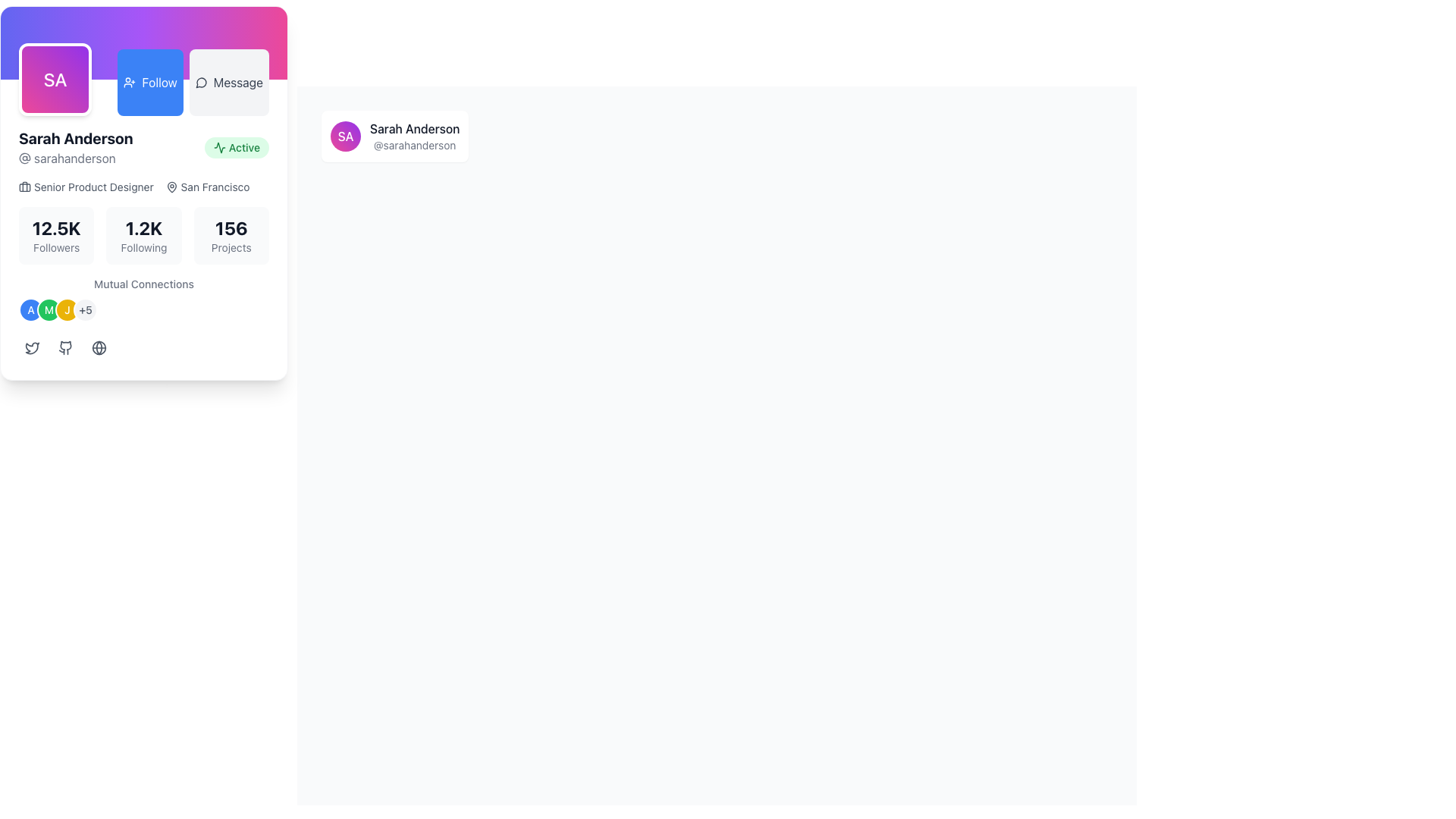  I want to click on the icon located to the left of the 'Message' text within the button in the top right section of the interface, so click(200, 82).